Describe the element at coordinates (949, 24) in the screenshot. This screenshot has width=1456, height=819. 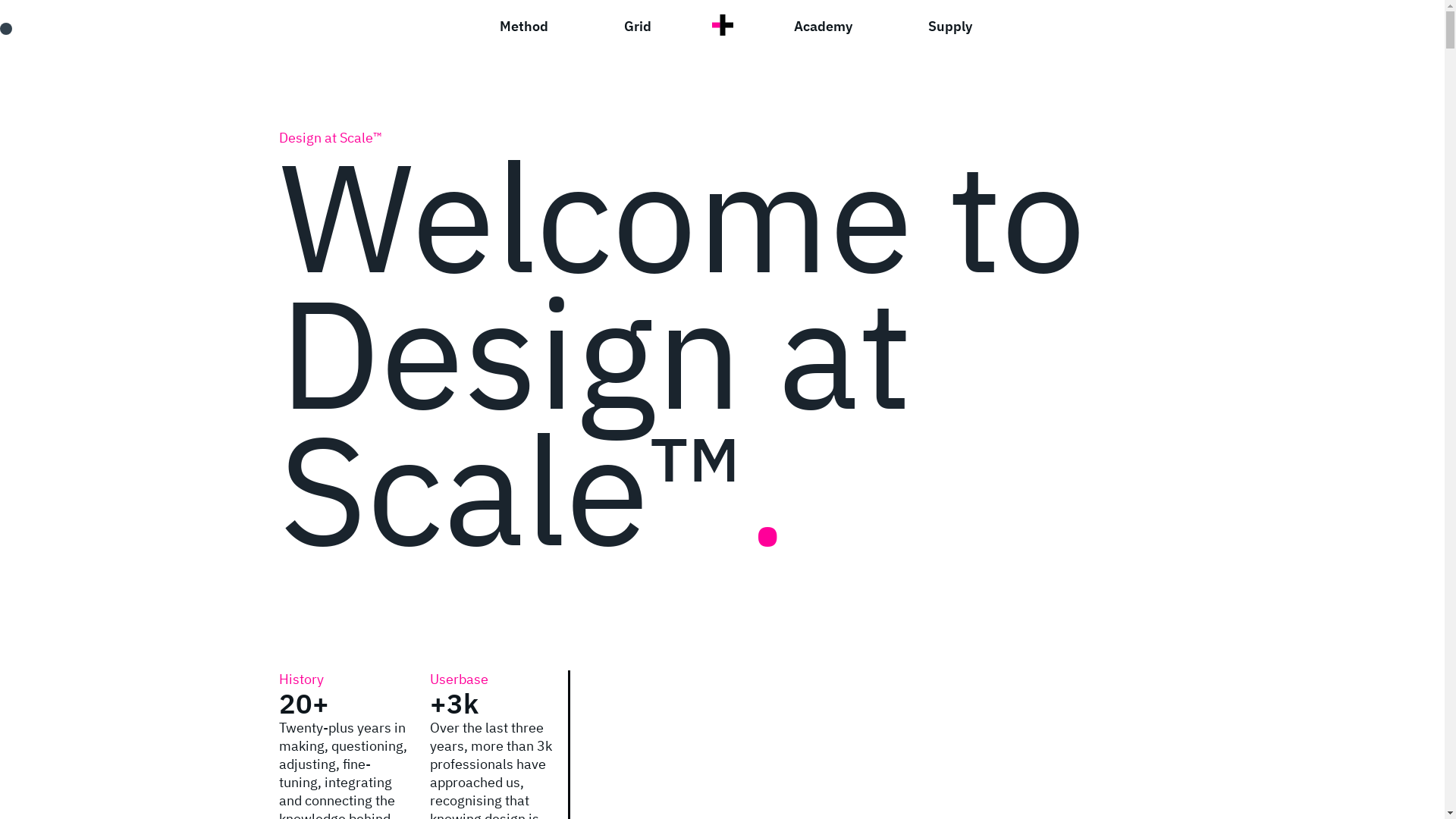
I see `'Supply'` at that location.